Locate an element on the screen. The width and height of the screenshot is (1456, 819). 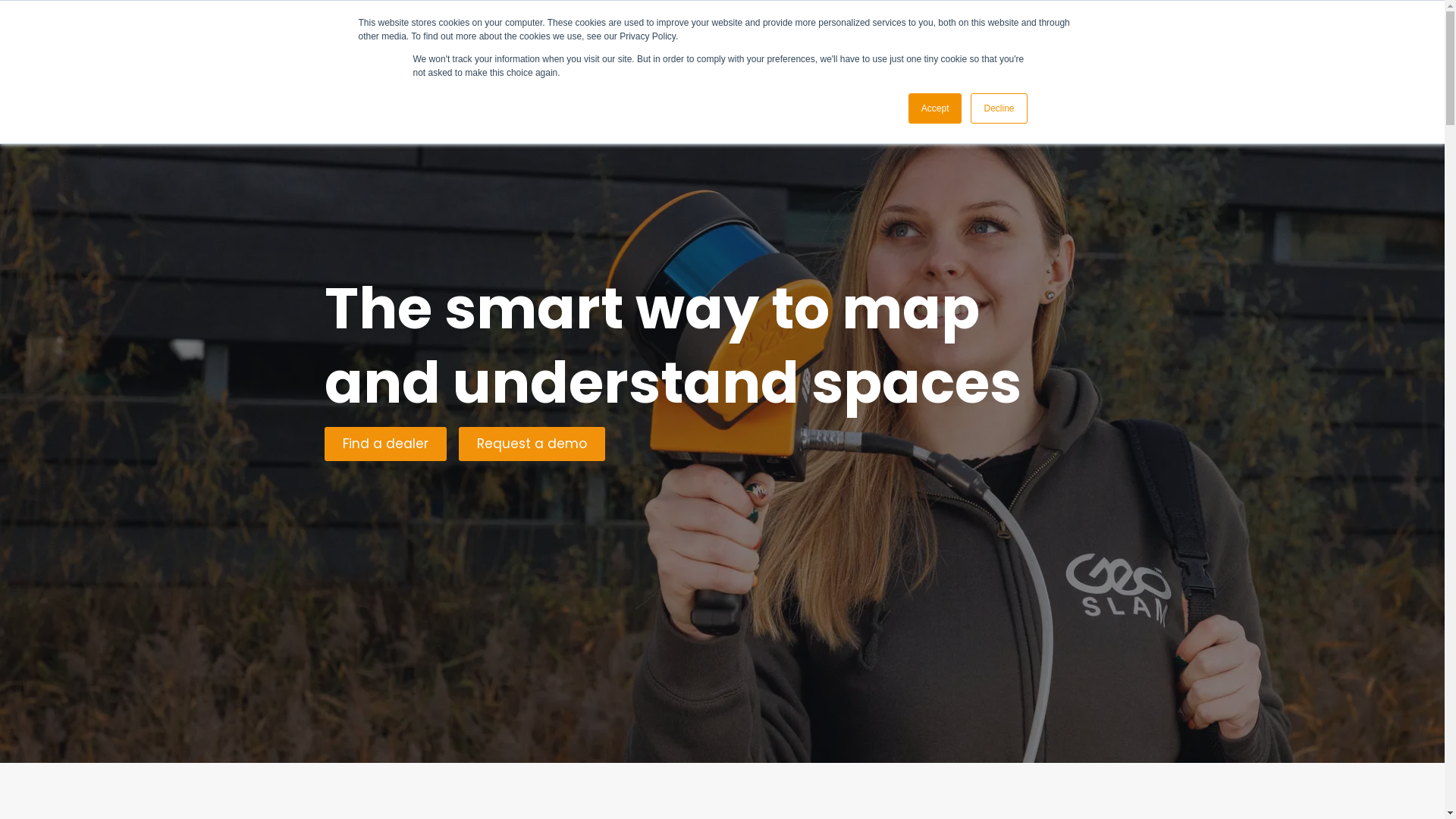
'Resources' is located at coordinates (858, 43).